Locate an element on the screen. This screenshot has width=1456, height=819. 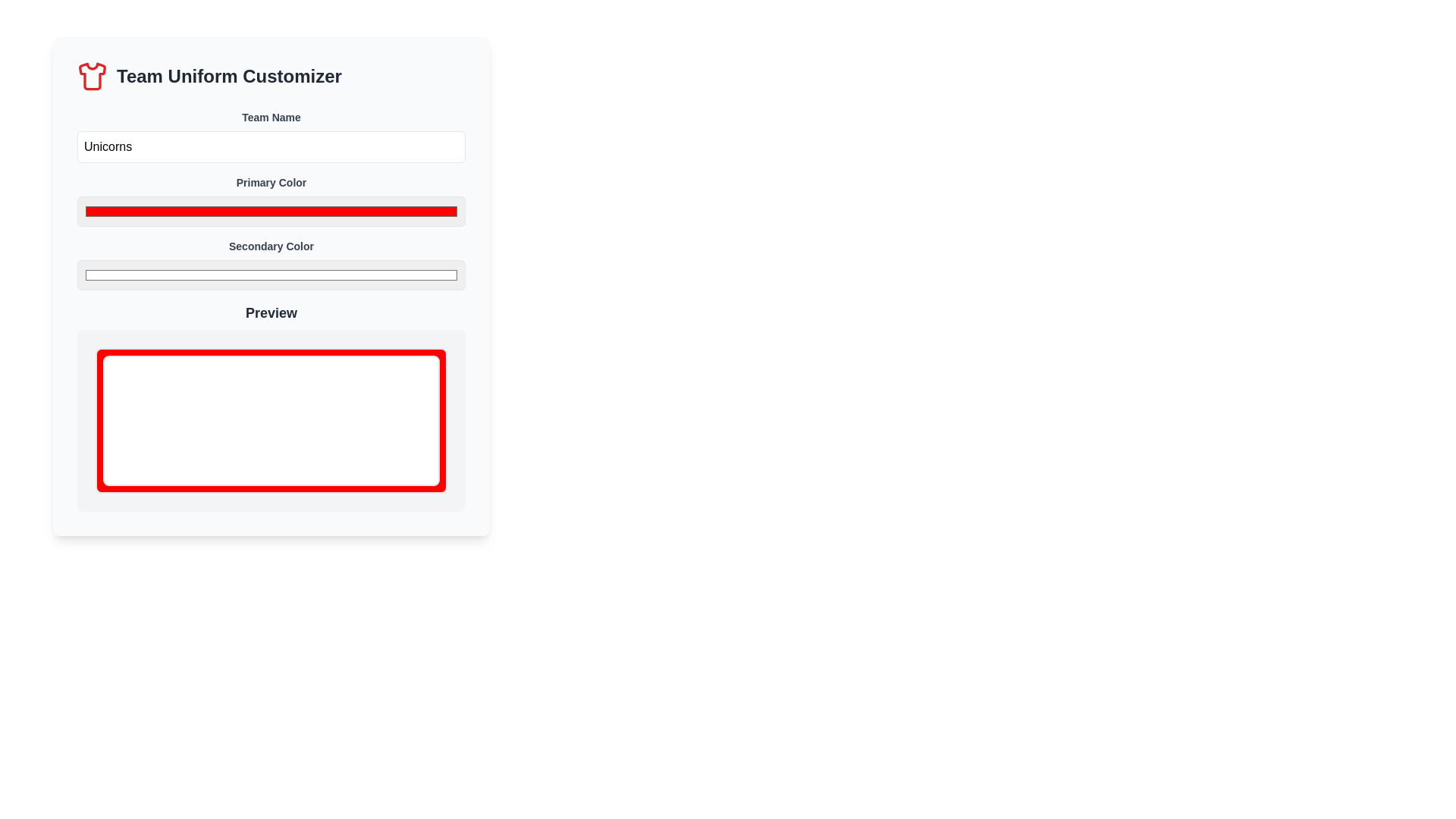
the icon in the Section header that indicates the purpose of the customization interface to initiate an action is located at coordinates (271, 76).